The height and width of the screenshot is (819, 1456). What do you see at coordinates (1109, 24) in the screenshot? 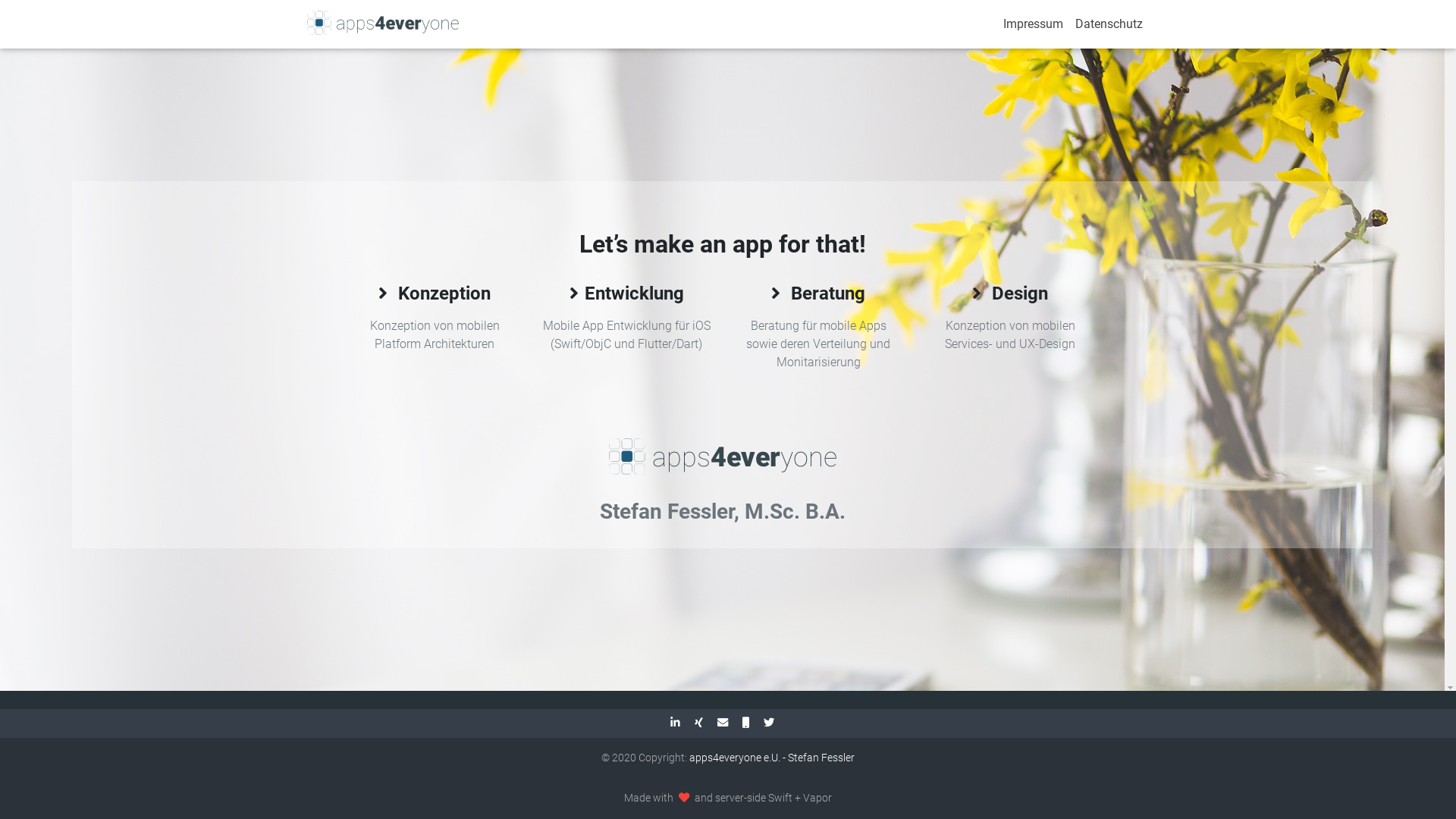
I see `'Datenschutz'` at bounding box center [1109, 24].